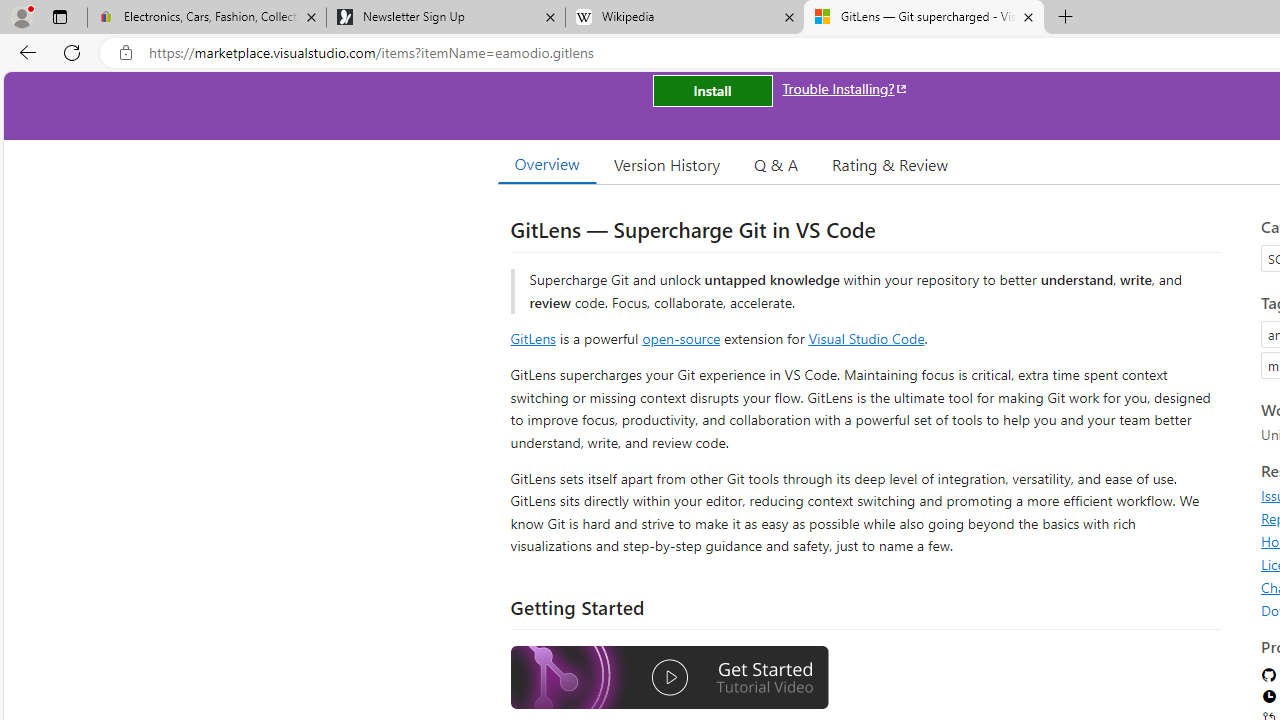  I want to click on 'Tab actions menu', so click(59, 16).